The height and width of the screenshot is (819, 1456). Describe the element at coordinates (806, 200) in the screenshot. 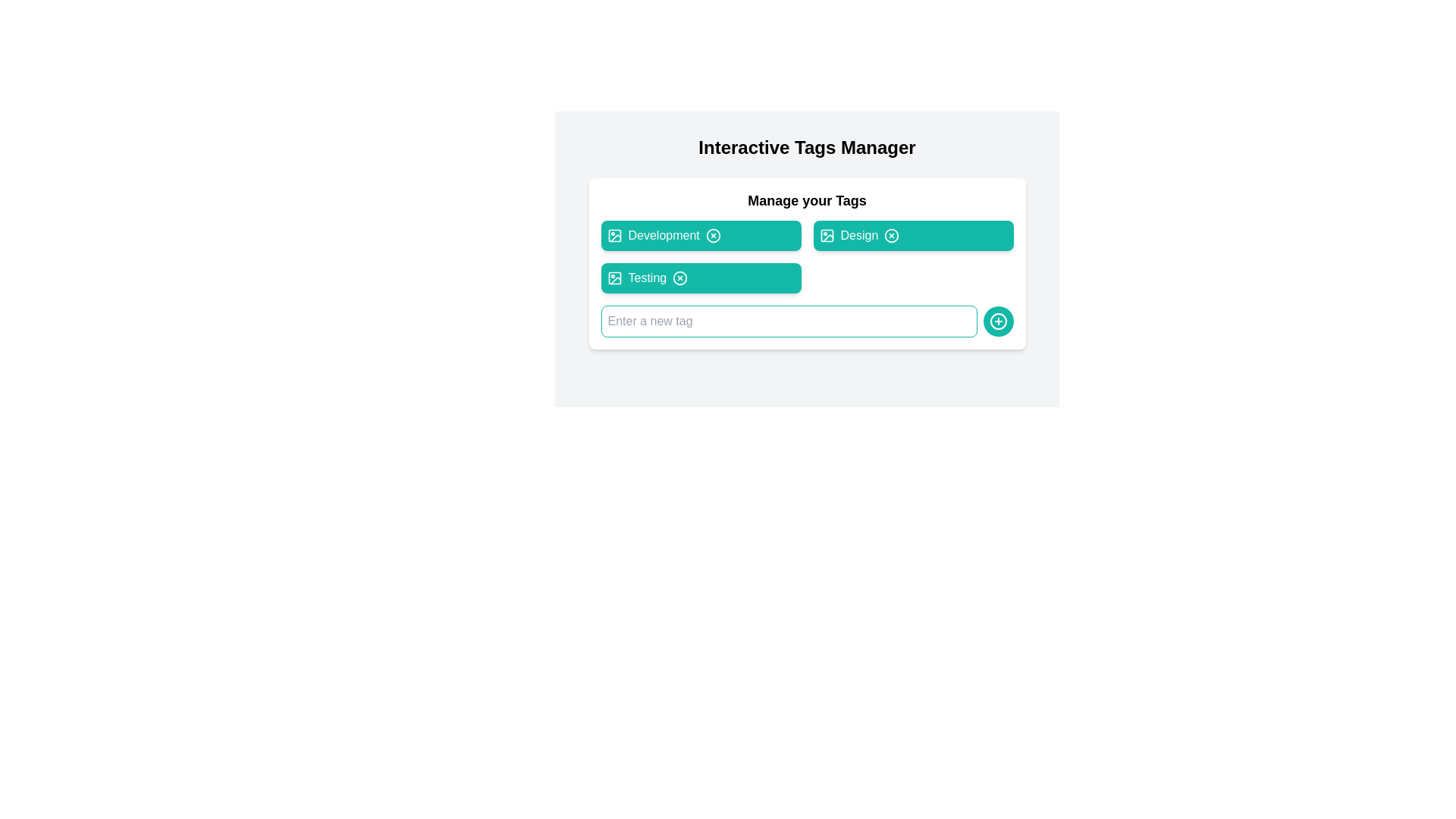

I see `the bold text label titled 'Manage your Tags' at the top of the card area` at that location.